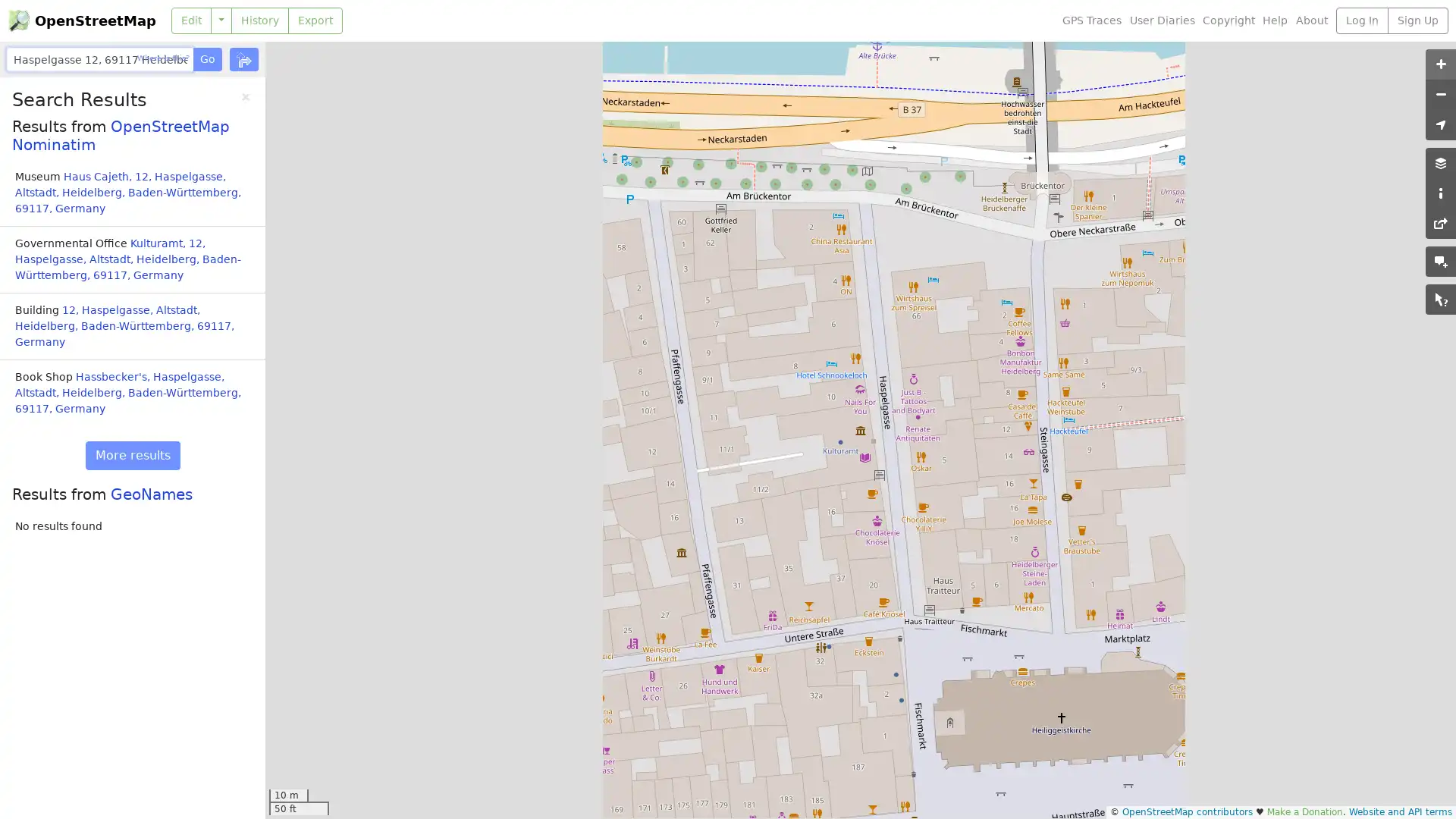 The height and width of the screenshot is (819, 1456). What do you see at coordinates (206, 58) in the screenshot?
I see `Go` at bounding box center [206, 58].